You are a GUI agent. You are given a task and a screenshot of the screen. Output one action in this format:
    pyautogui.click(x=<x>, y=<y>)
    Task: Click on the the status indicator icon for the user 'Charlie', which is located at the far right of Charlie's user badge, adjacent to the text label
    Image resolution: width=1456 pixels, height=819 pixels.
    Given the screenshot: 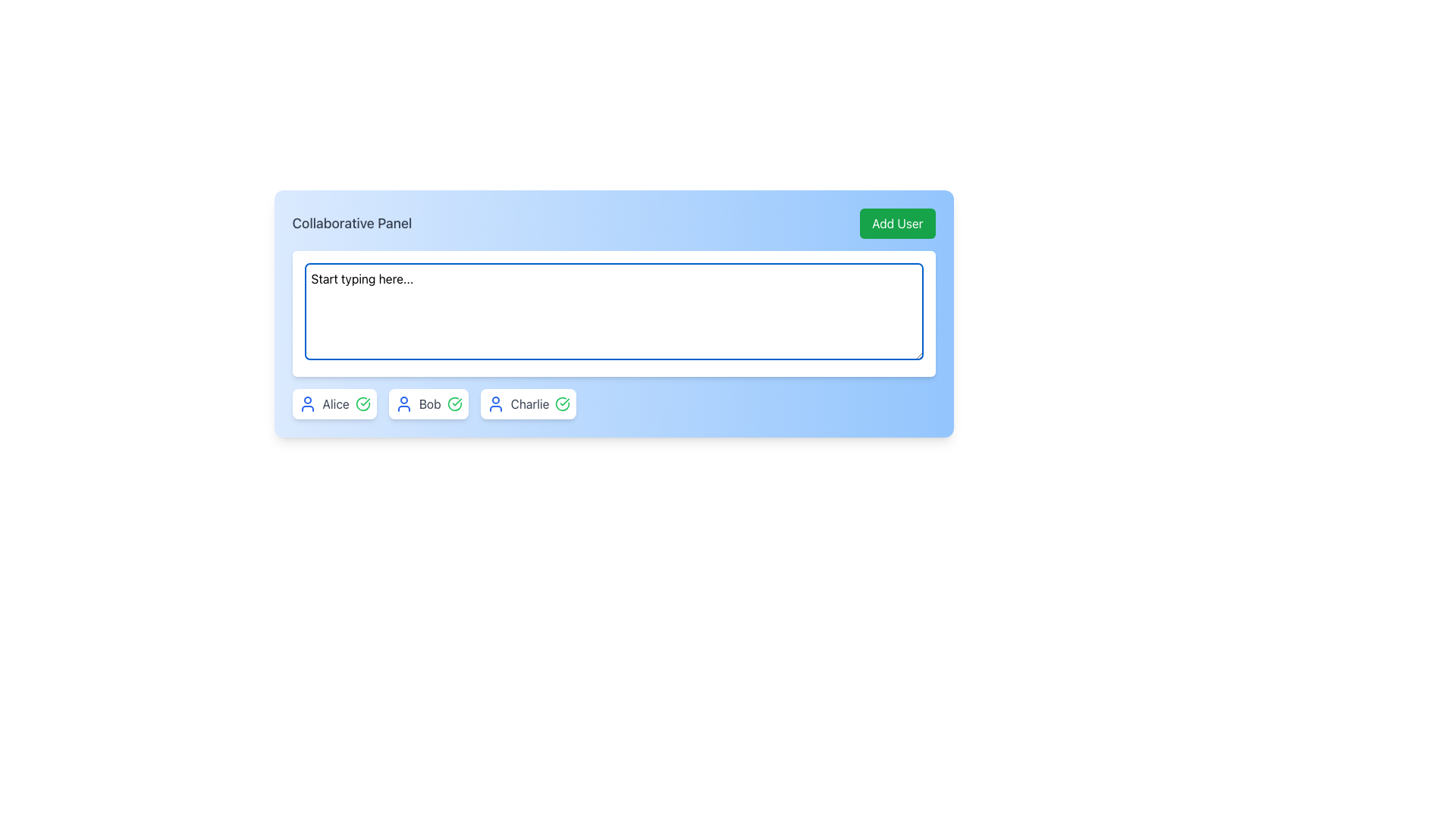 What is the action you would take?
    pyautogui.click(x=562, y=403)
    